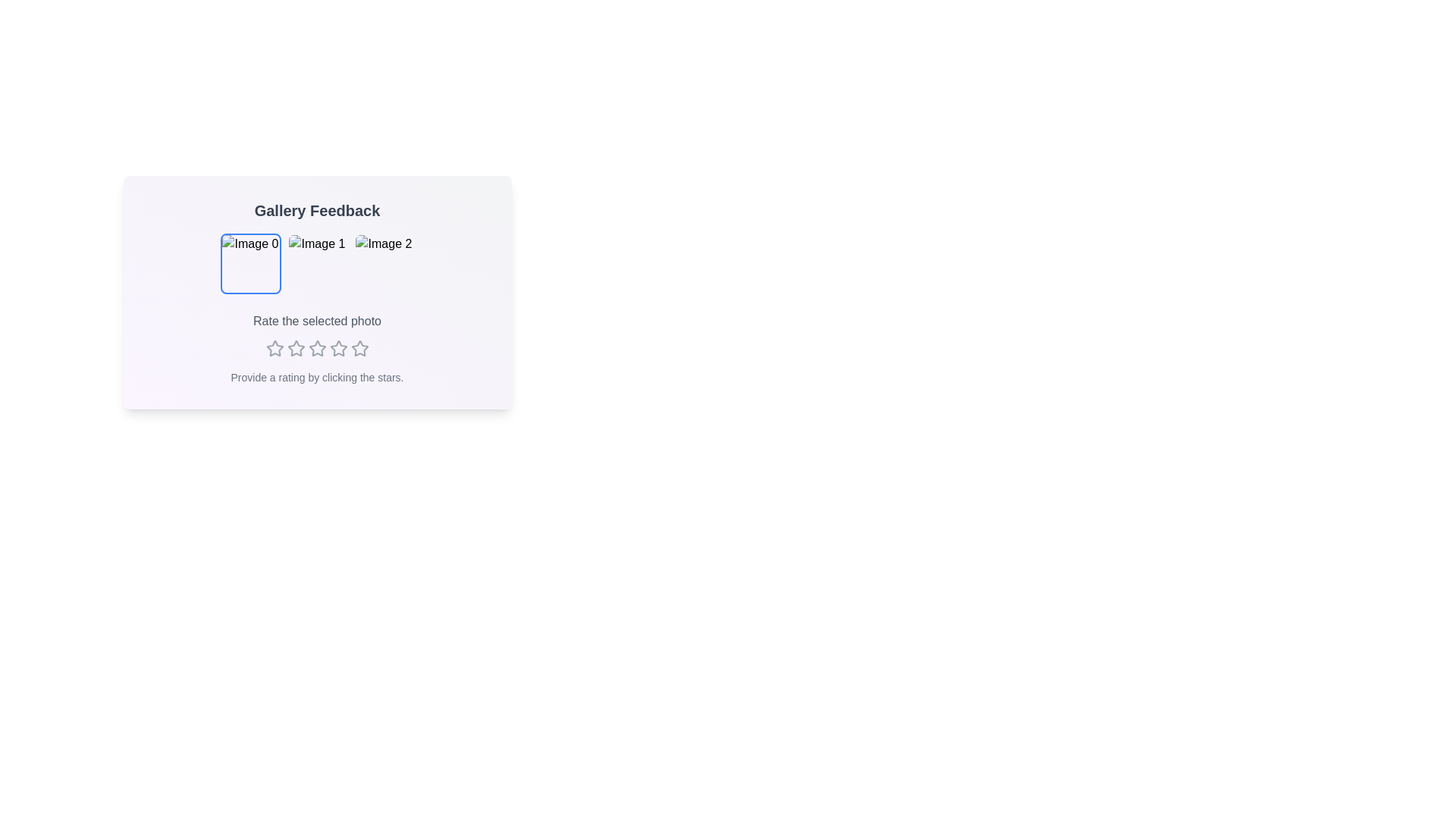 Image resolution: width=1456 pixels, height=819 pixels. I want to click on the first star in the star rating icon array to indicate a one-star rating beneath the 'Rate the selected photo' text, so click(275, 348).